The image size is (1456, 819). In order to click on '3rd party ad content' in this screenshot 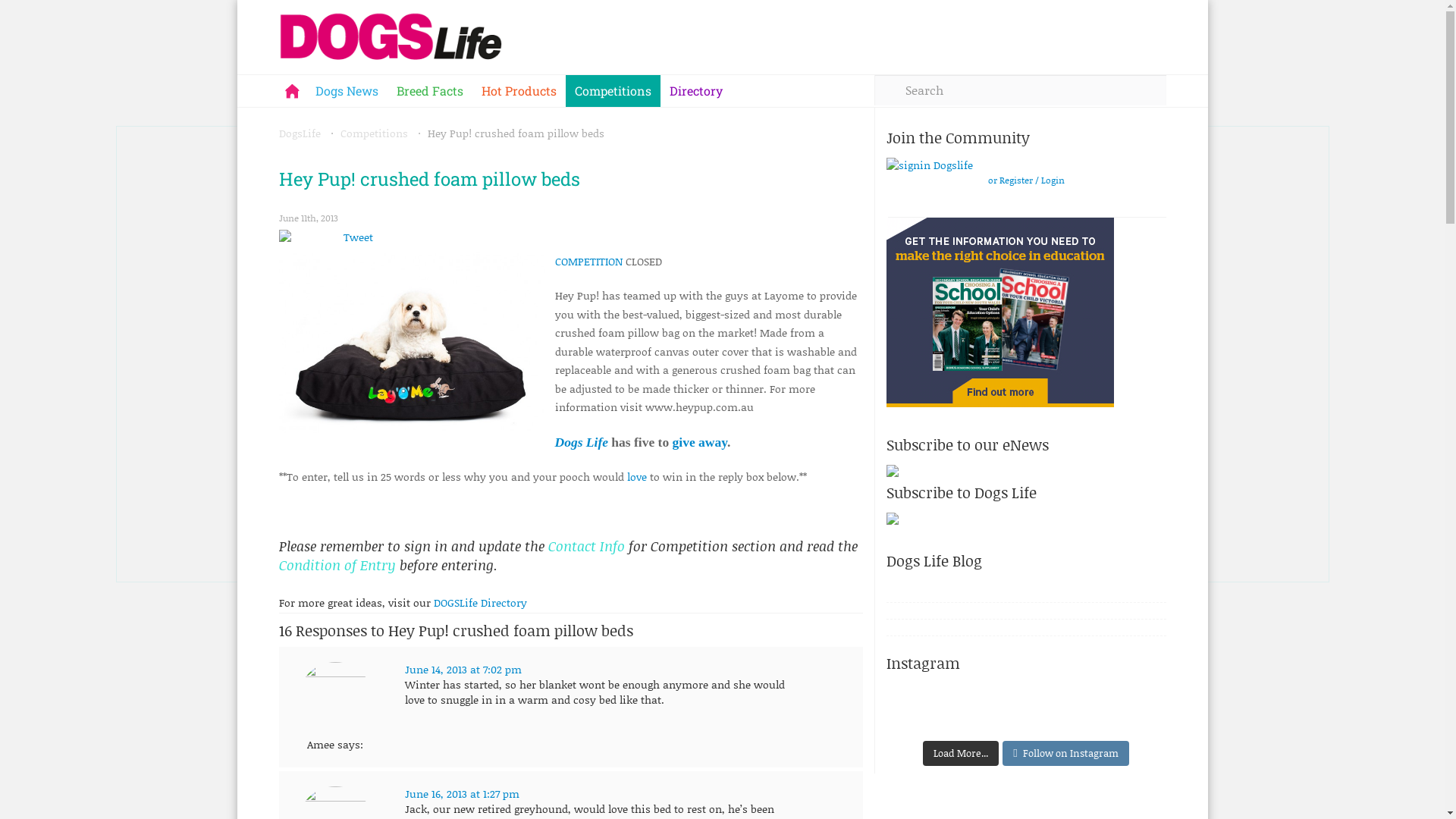, I will do `click(999, 312)`.